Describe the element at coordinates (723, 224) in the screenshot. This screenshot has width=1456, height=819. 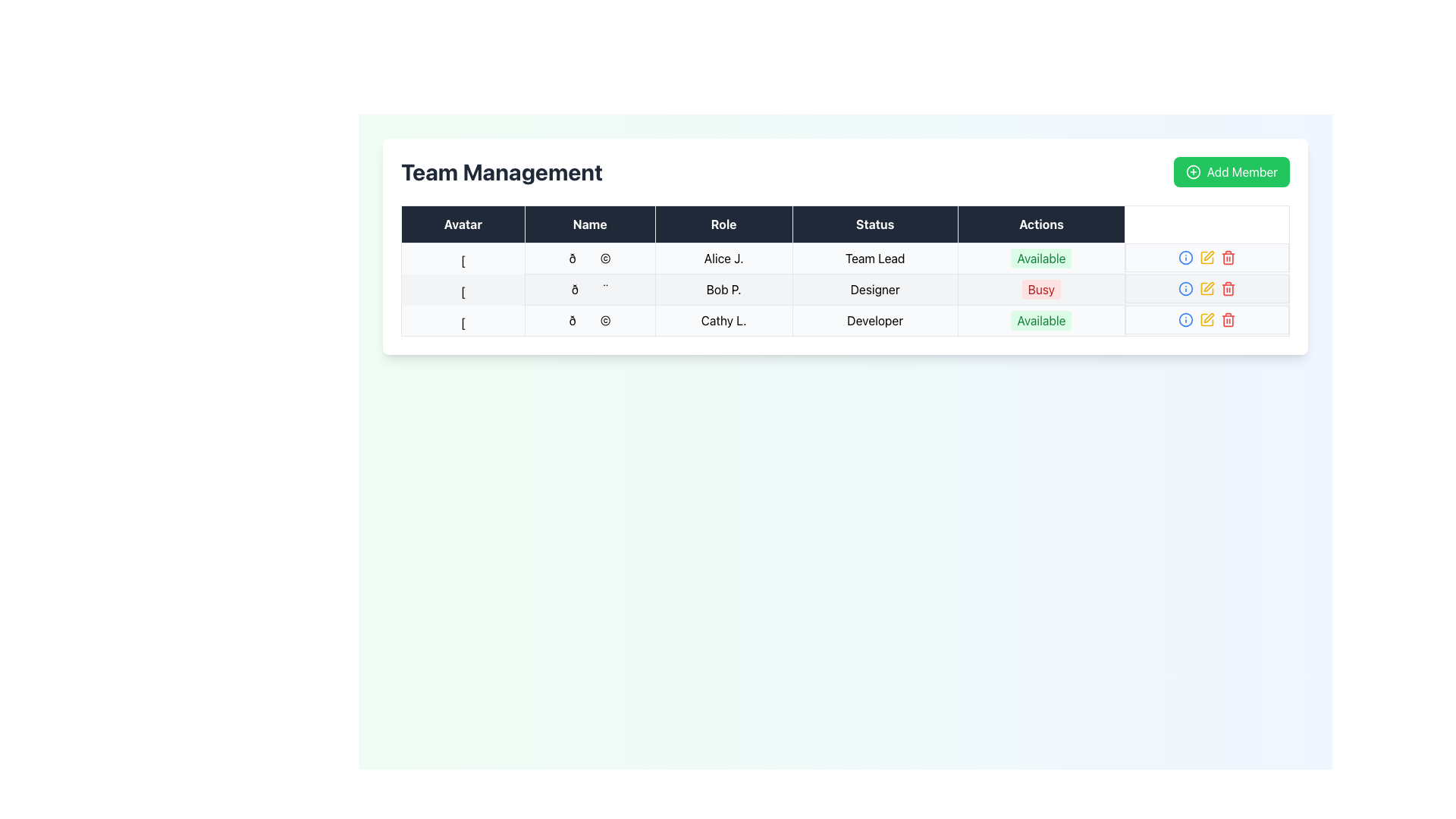
I see `the header labeled 'Role' in the Team Management table, which is the third entry in the header row, located between 'Name' and 'Status'` at that location.